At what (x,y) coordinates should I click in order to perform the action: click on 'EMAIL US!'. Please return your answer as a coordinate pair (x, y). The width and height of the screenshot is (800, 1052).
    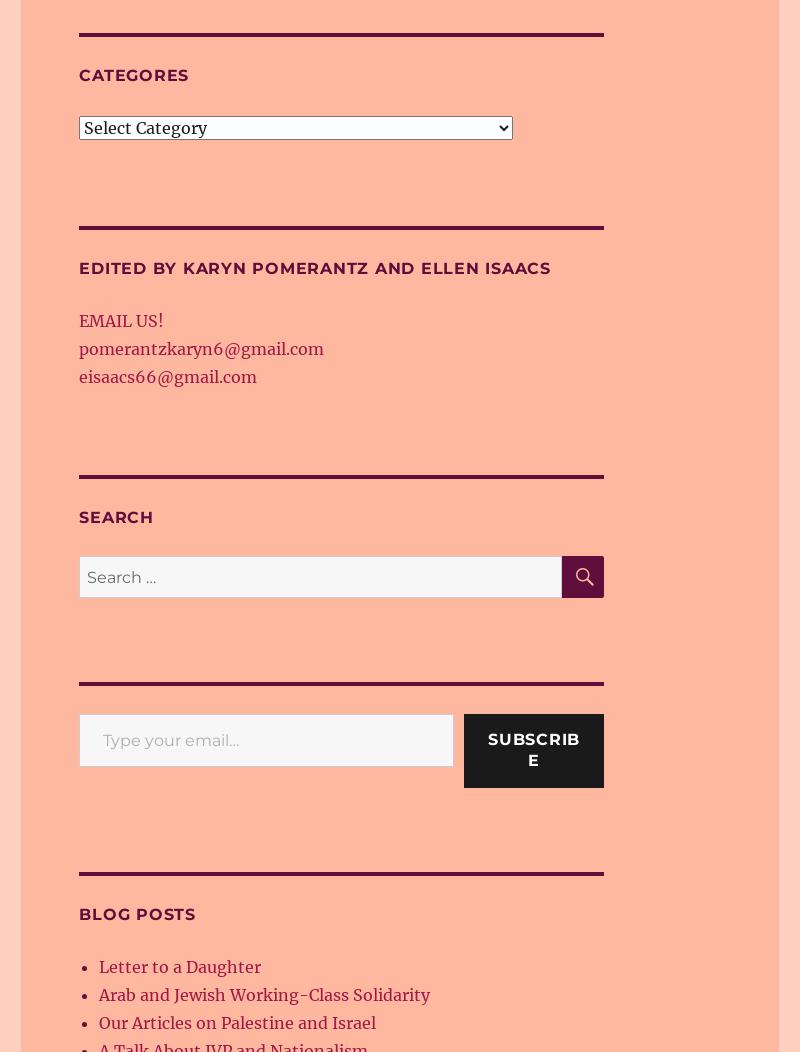
    Looking at the image, I should click on (120, 319).